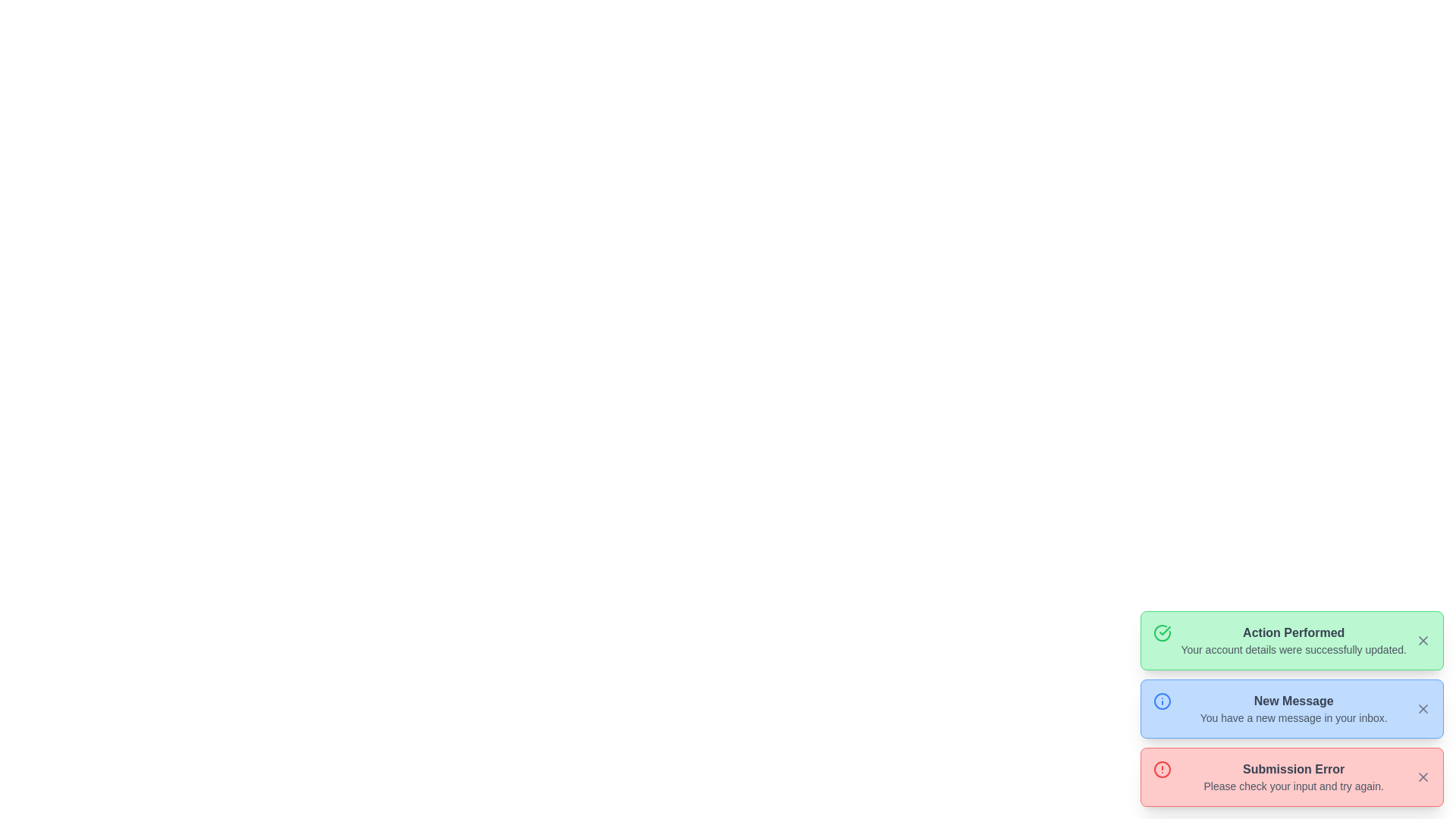 The width and height of the screenshot is (1456, 819). Describe the element at coordinates (1162, 769) in the screenshot. I see `the circular icon with a red border and a warning symbol inside, located on the left side of the 'Submission Error' notification box` at that location.